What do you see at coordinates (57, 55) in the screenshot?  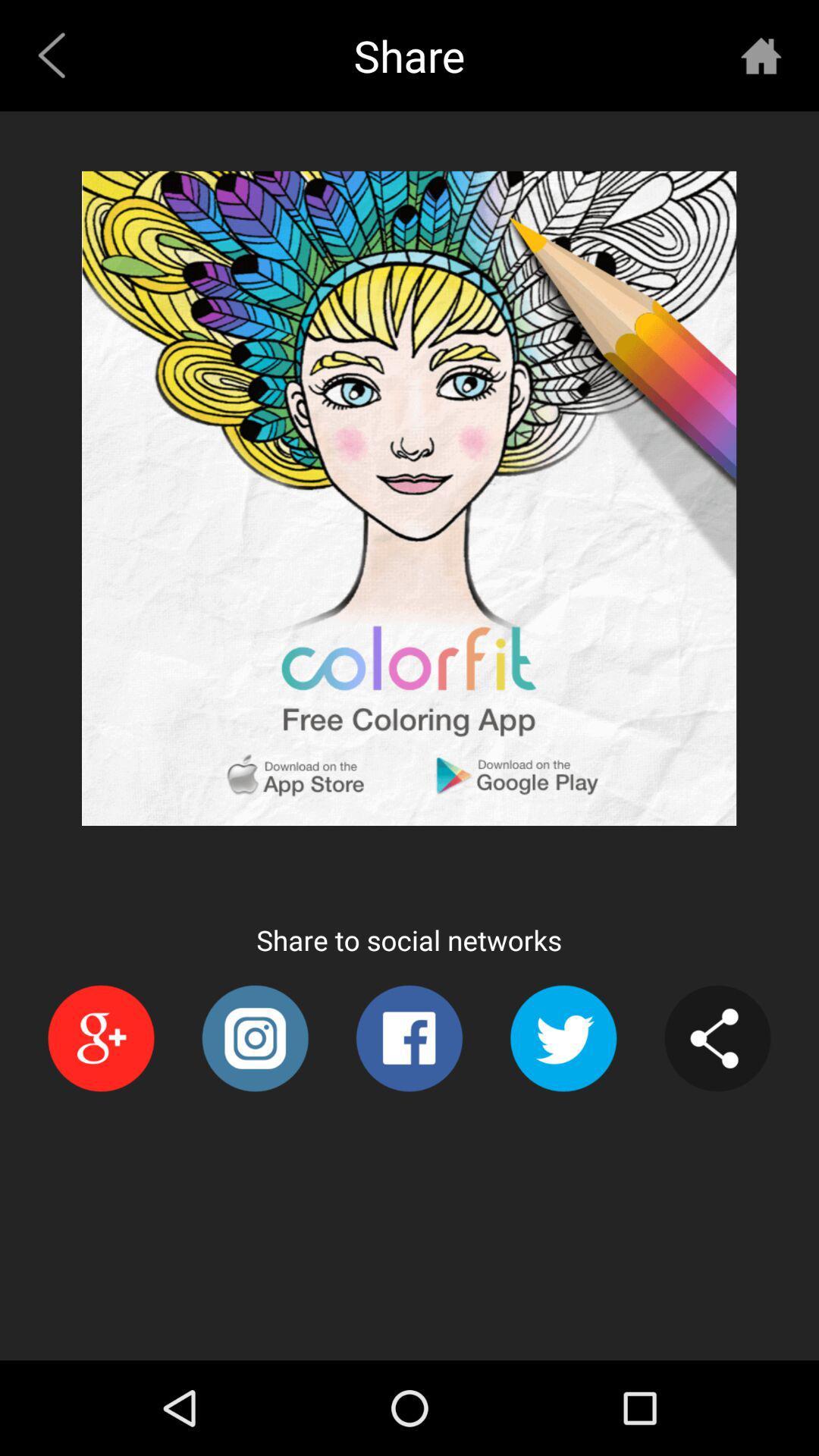 I see `the icon to the left of share icon` at bounding box center [57, 55].